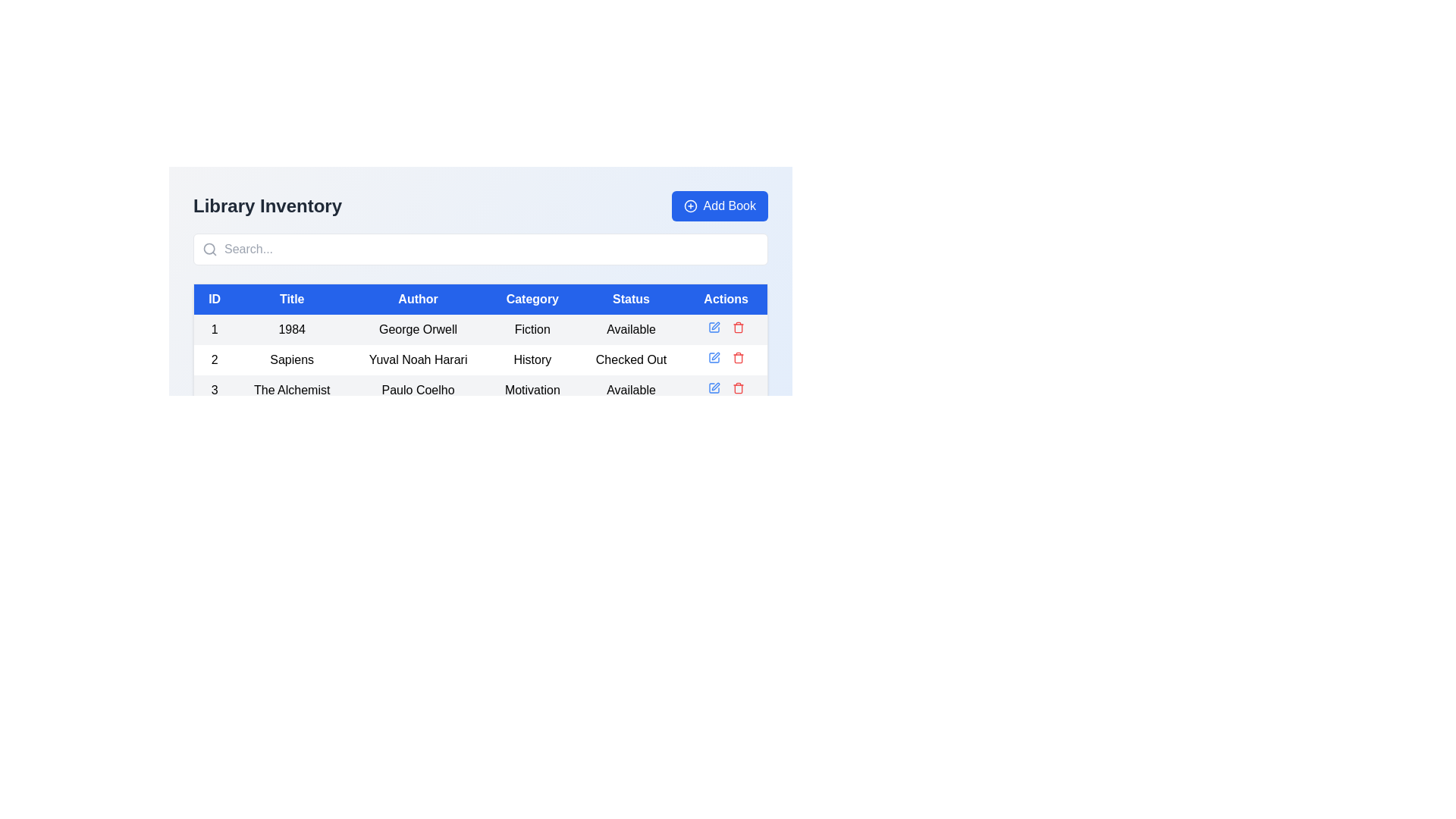  I want to click on the Table Header Cell that labels the 'Title' column, positioned between 'ID' and 'Author' headers, so click(292, 299).